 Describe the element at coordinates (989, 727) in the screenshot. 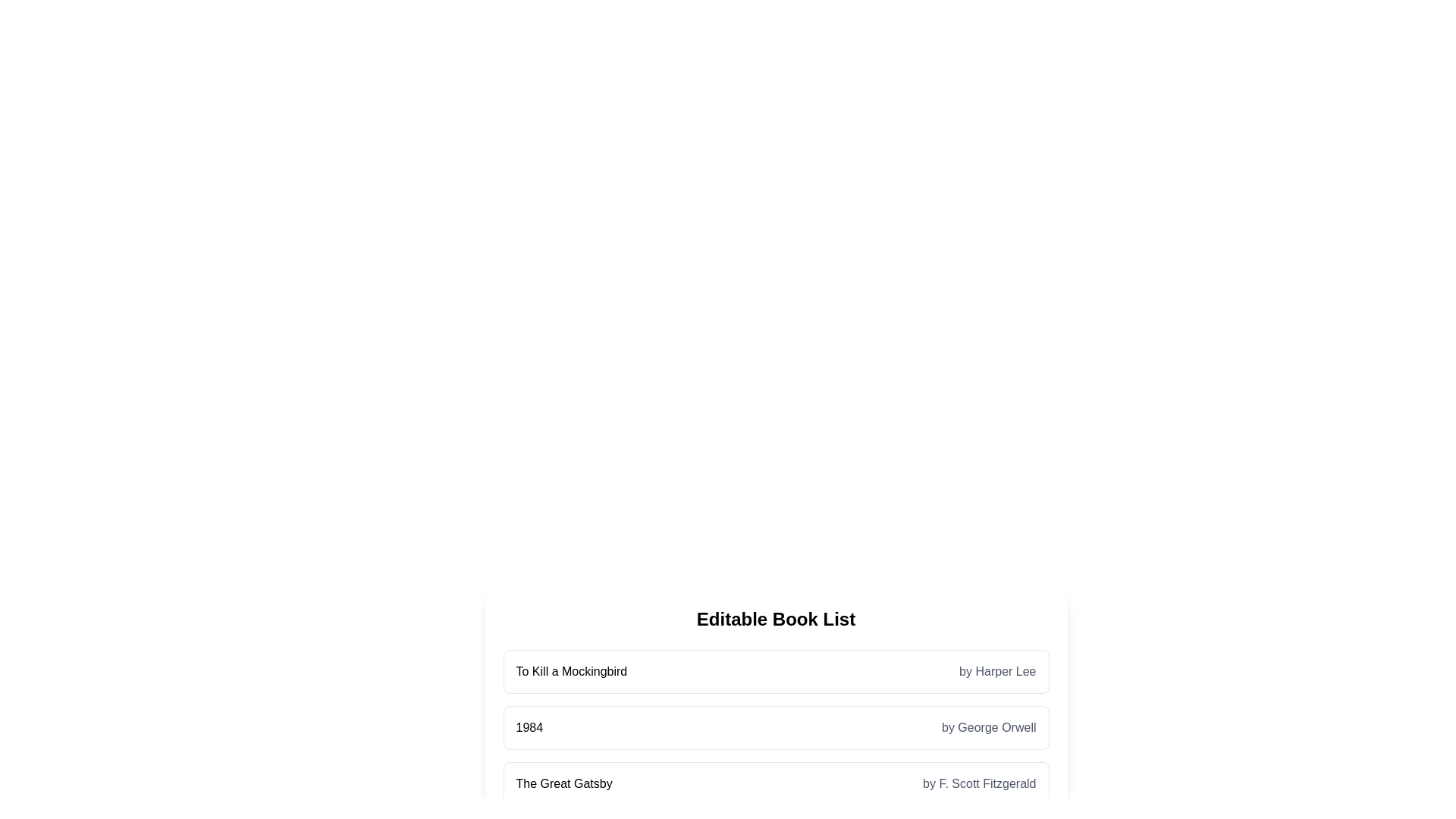

I see `the text label that provides authorship information for the book title '1984', which states 'by George Orwell'` at that location.